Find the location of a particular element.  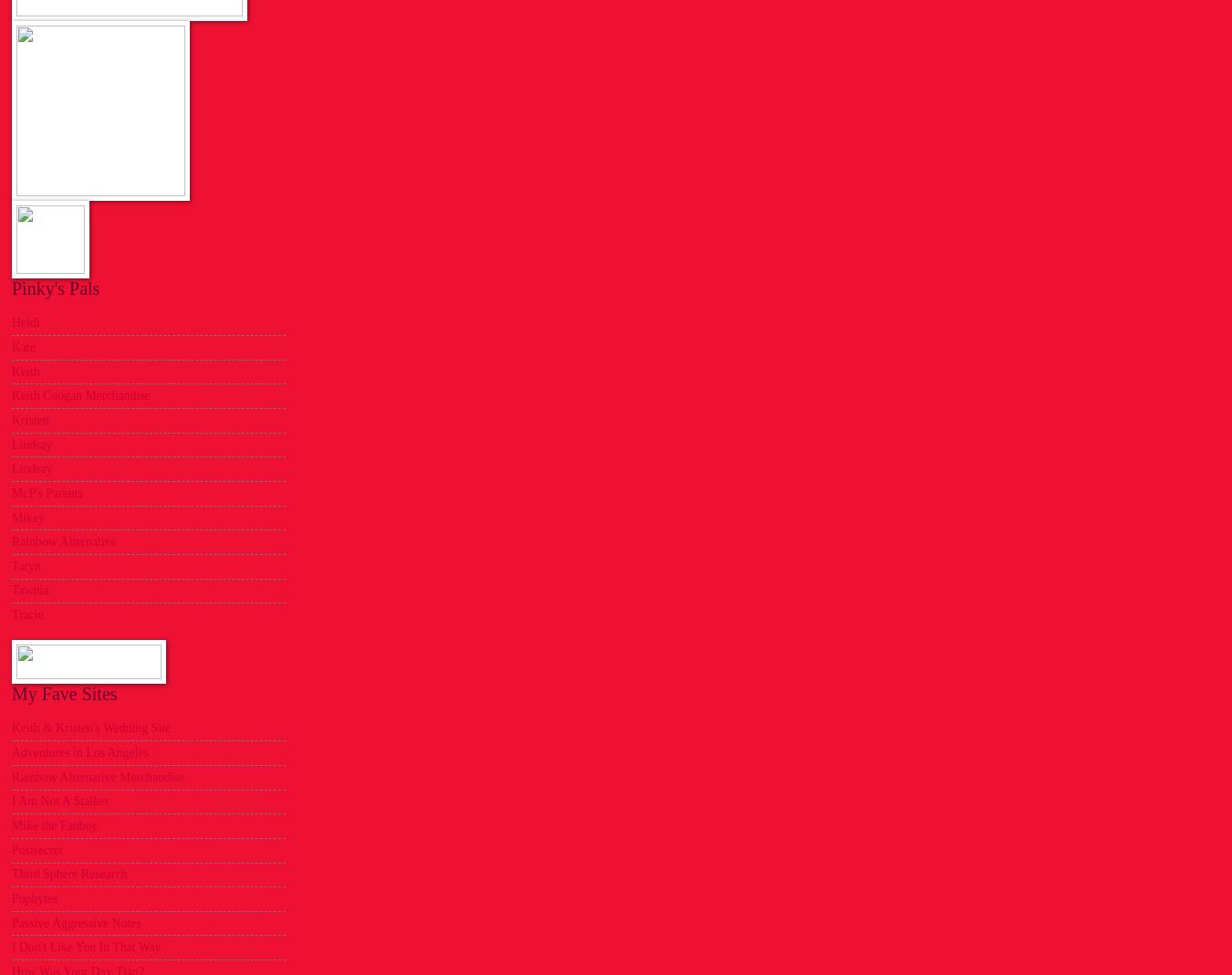

'Adventures in Los Angeles' is located at coordinates (78, 751).